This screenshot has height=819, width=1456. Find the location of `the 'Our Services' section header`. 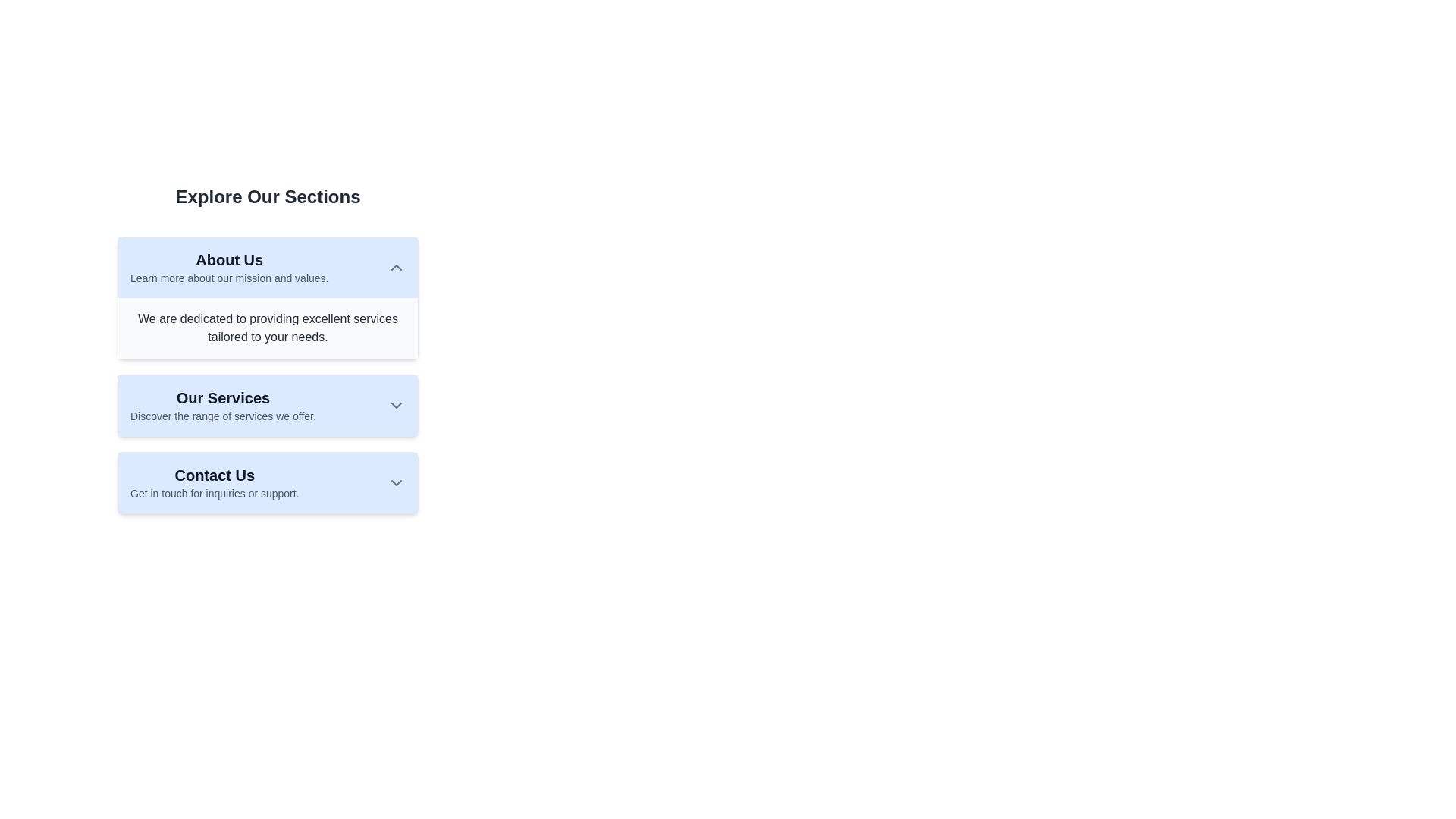

the 'Our Services' section header is located at coordinates (268, 405).